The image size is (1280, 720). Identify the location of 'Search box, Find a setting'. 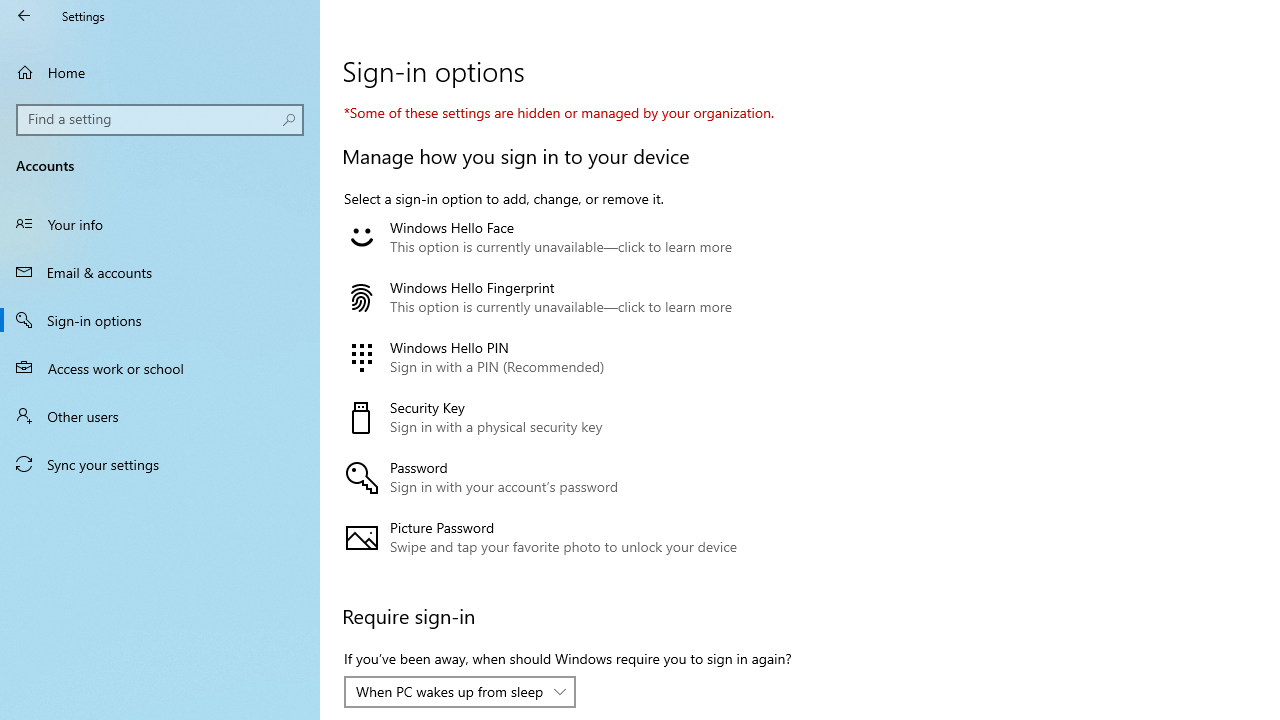
(160, 119).